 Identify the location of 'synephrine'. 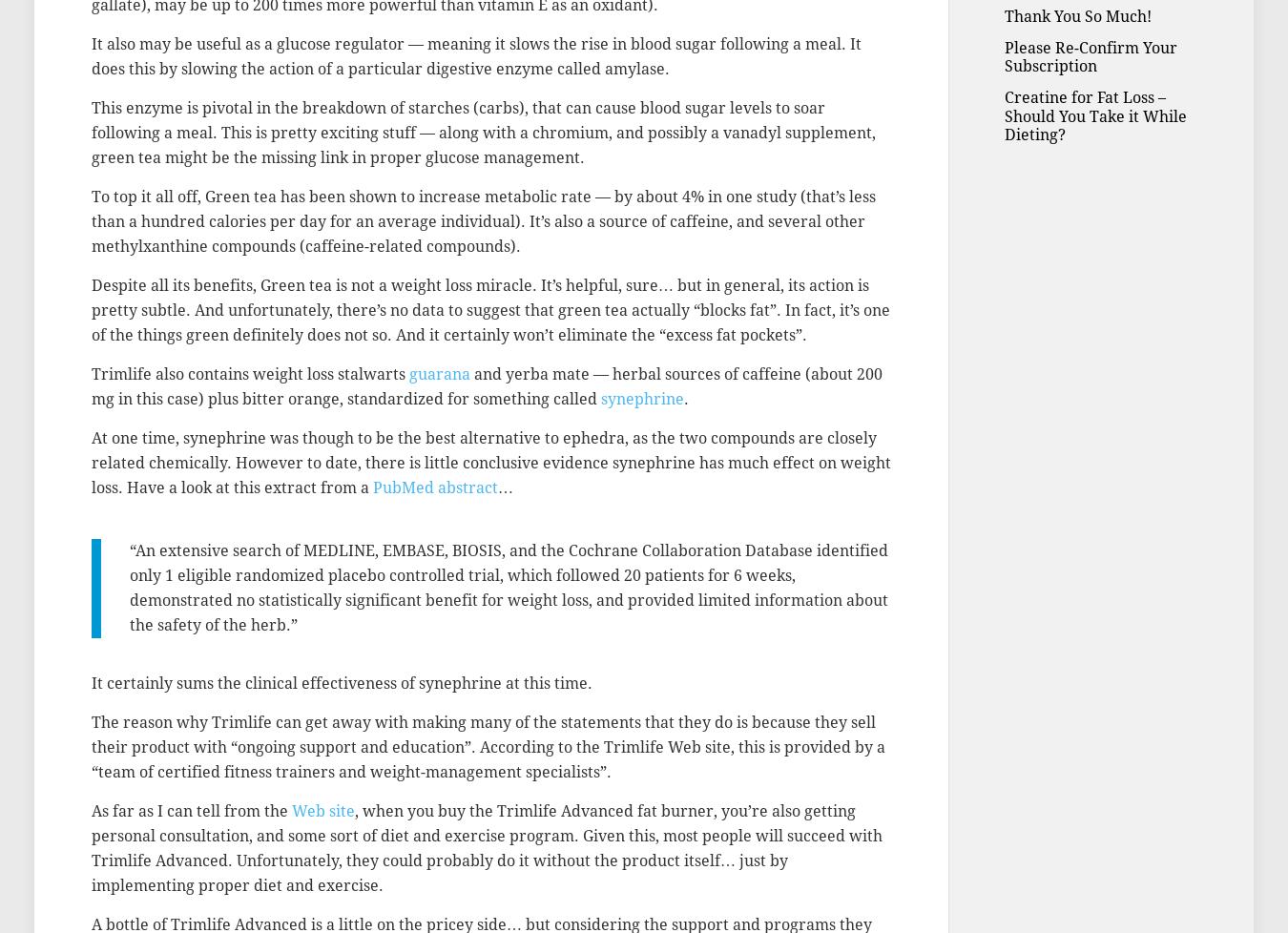
(642, 398).